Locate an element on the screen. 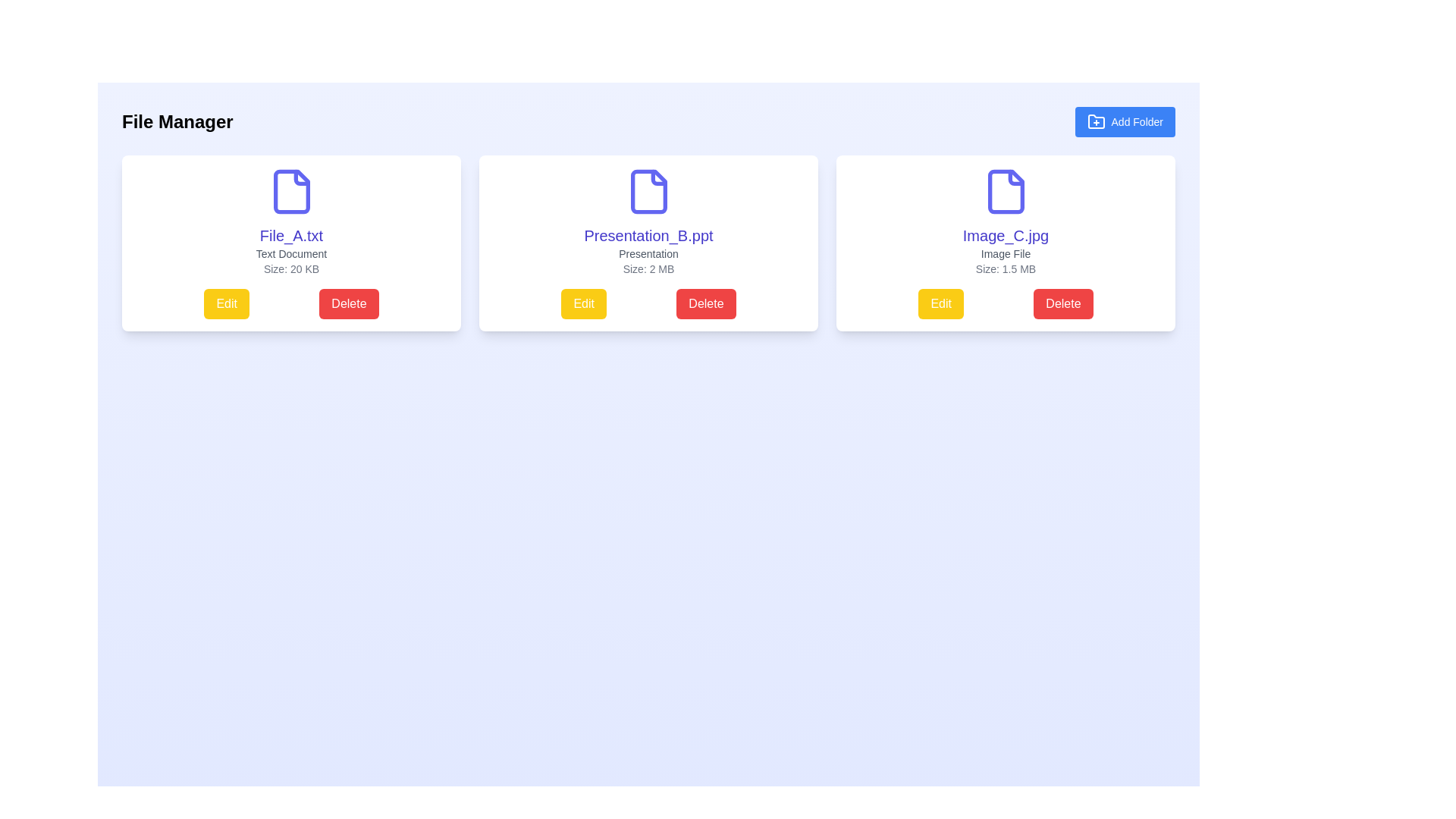  the rectangular button with a blue background and white text reading 'Add Folder' to initiate the folder creation process is located at coordinates (1125, 121).